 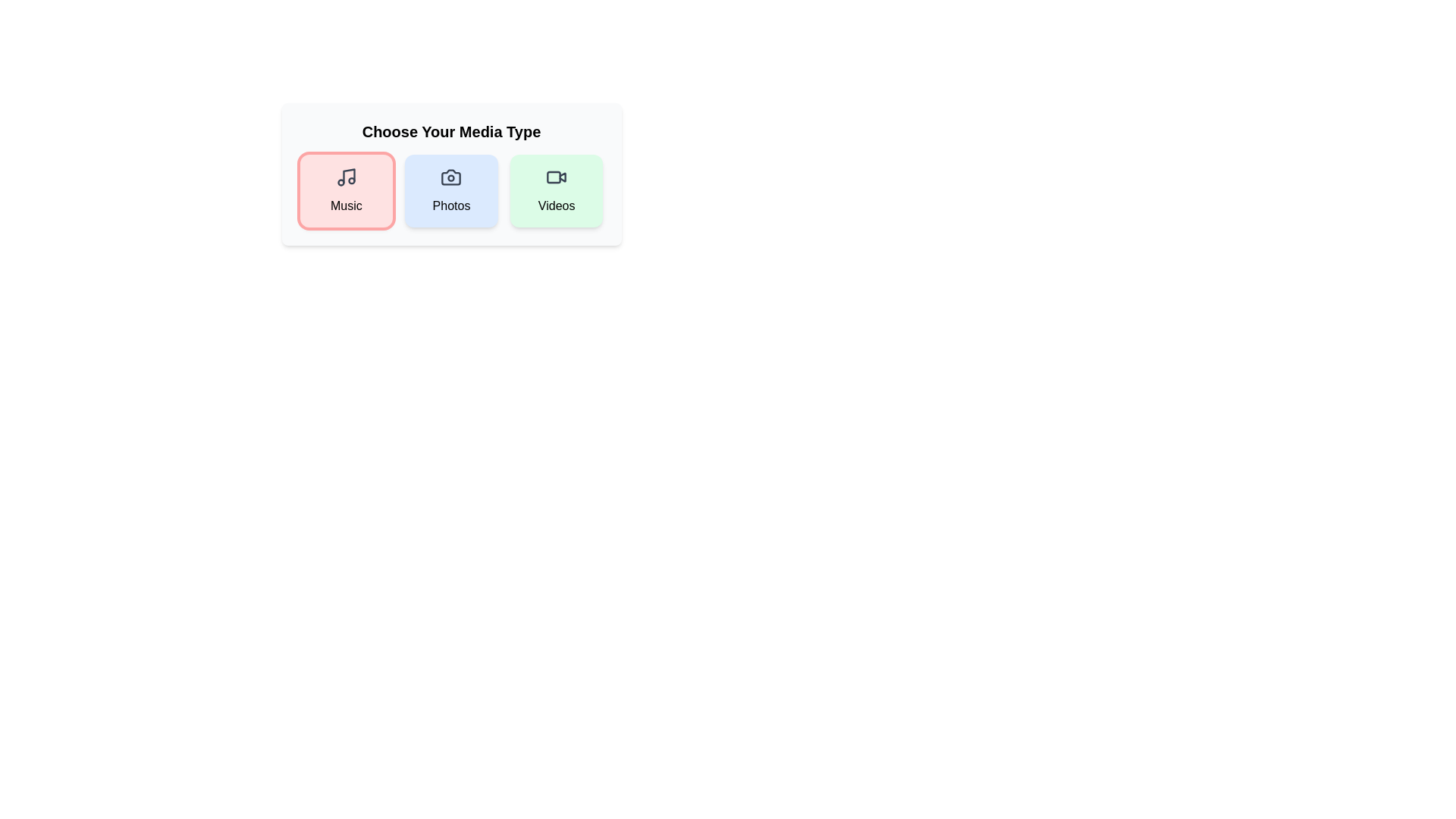 What do you see at coordinates (450, 174) in the screenshot?
I see `the 'Photos' button, which is the second button in a horizontal arrangement of three buttons` at bounding box center [450, 174].